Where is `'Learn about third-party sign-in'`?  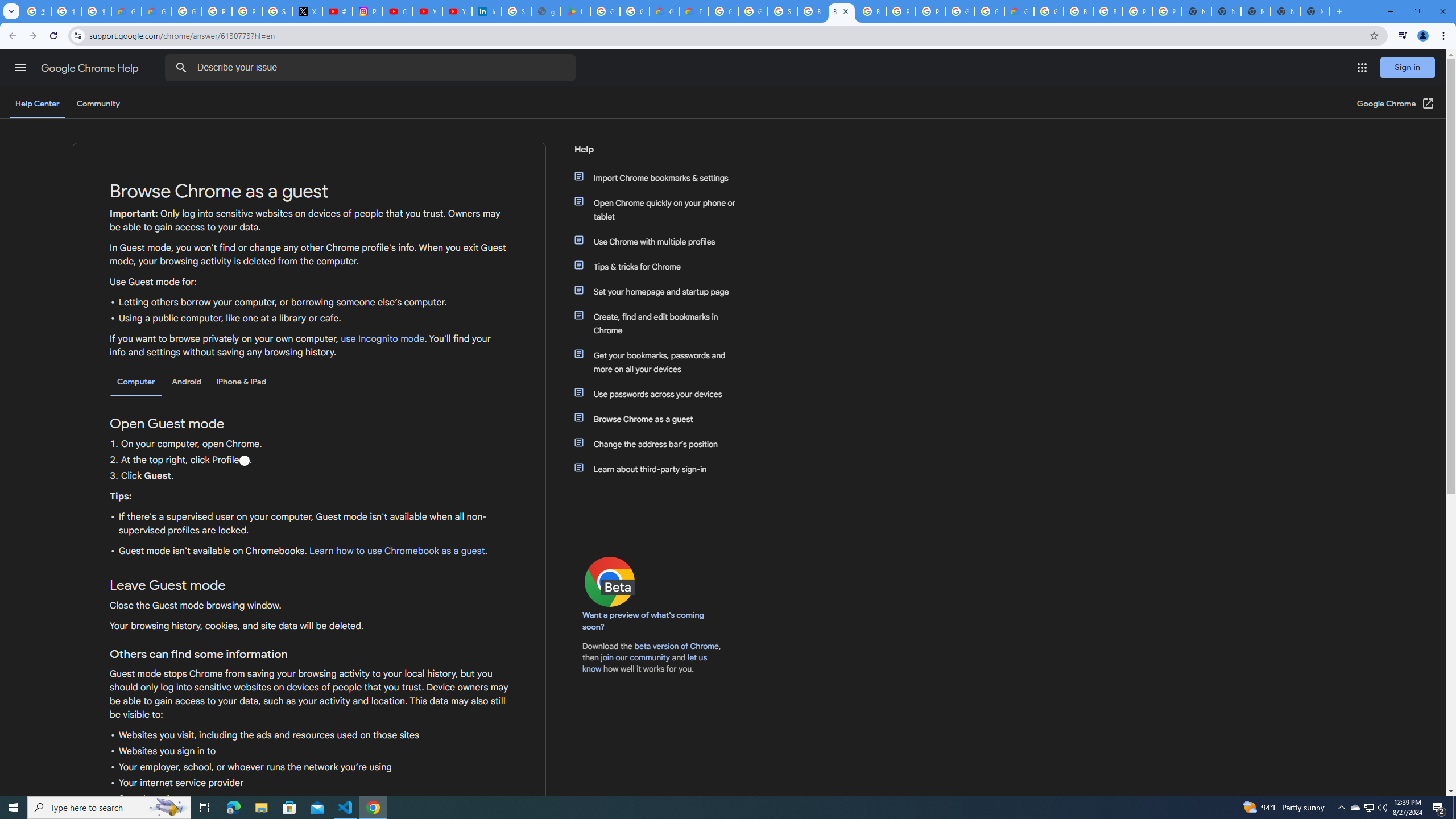
'Learn about third-party sign-in' is located at coordinates (661, 469).